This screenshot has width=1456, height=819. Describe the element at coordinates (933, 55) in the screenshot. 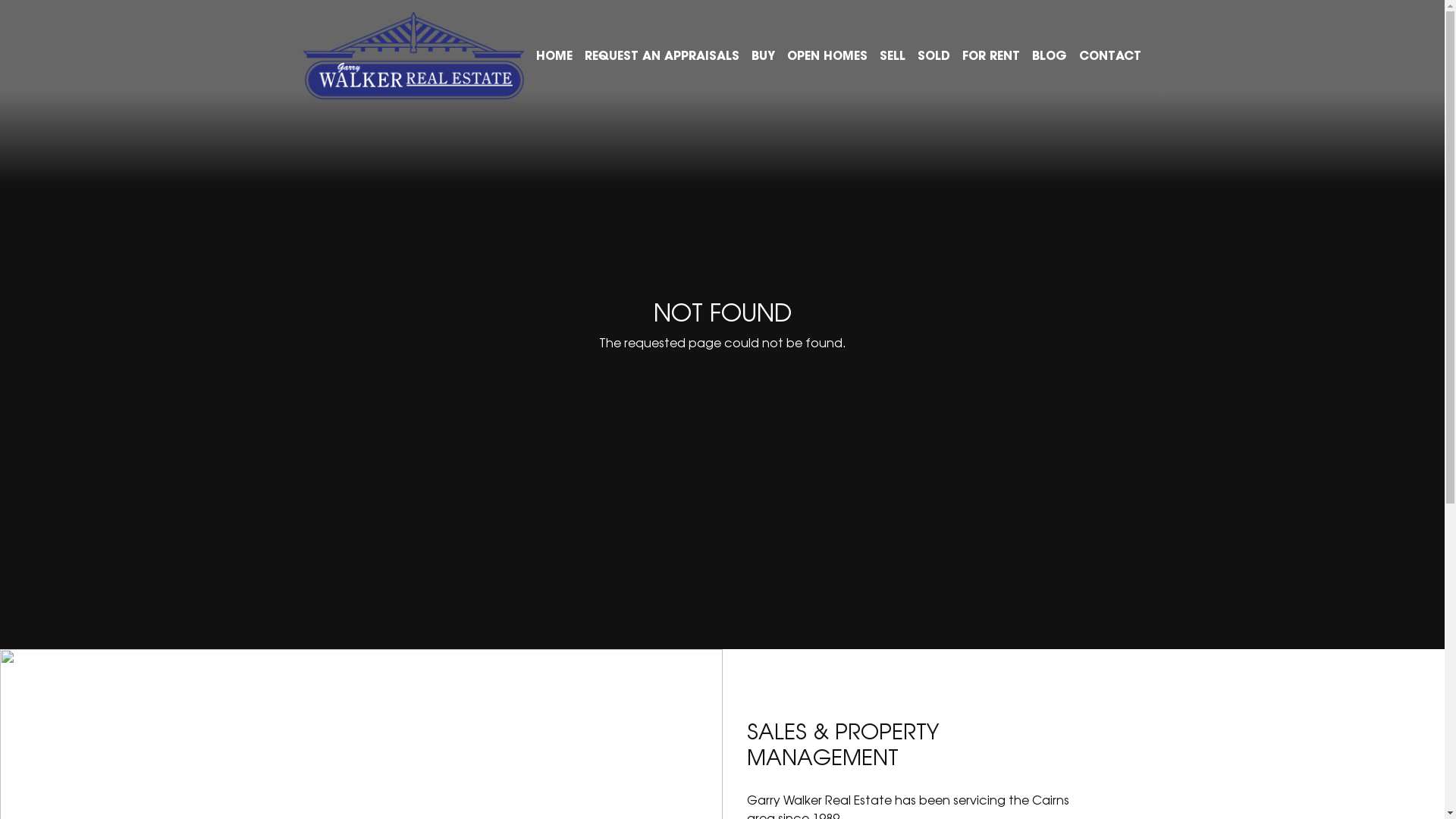

I see `'SOLD'` at that location.